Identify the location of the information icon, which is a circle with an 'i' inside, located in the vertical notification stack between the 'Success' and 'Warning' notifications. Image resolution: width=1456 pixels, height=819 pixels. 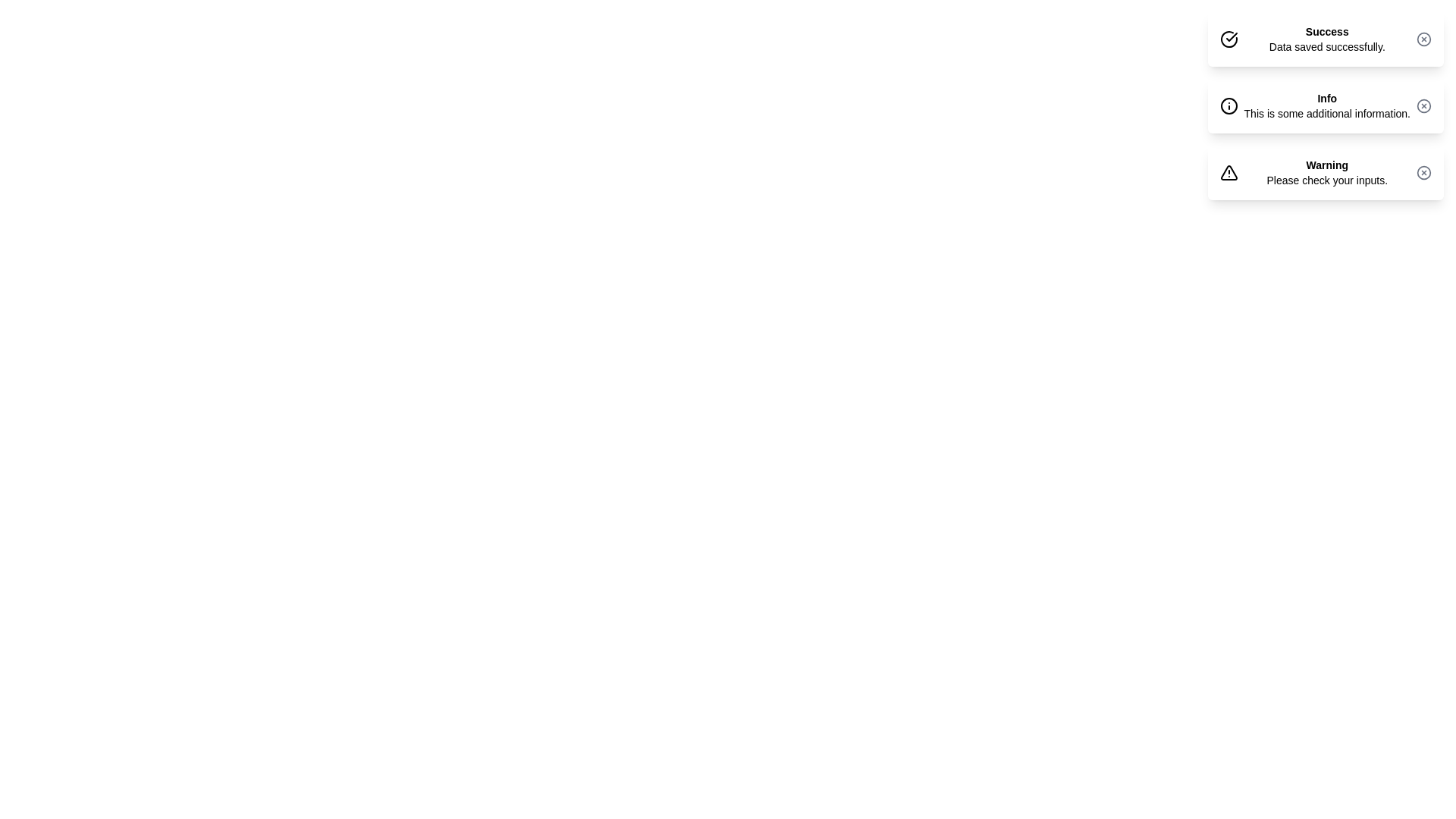
(1228, 105).